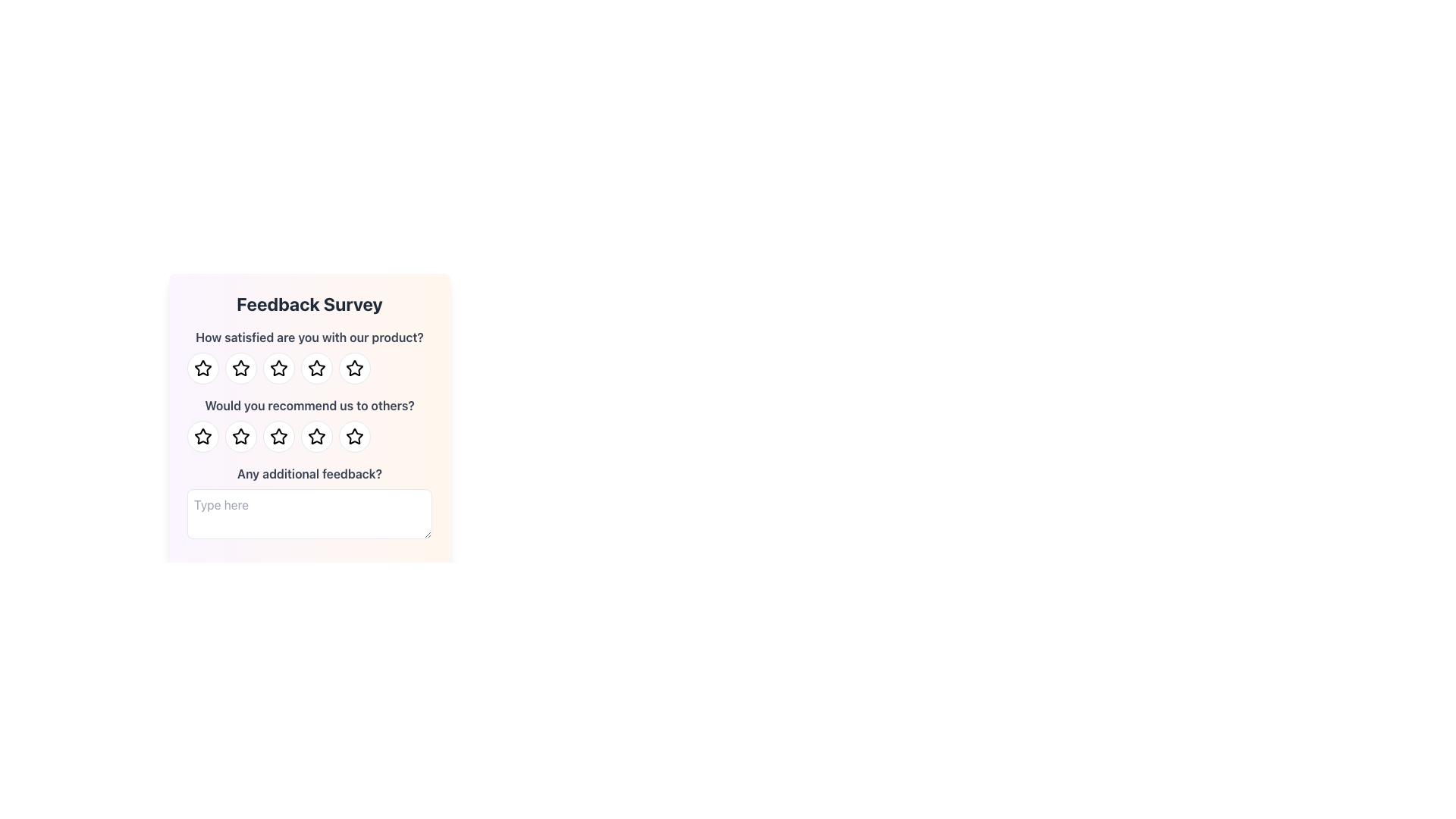 The height and width of the screenshot is (819, 1456). What do you see at coordinates (309, 436) in the screenshot?
I see `the third star in the rating component located under the question 'Would you recommend us to others?' to rate it` at bounding box center [309, 436].